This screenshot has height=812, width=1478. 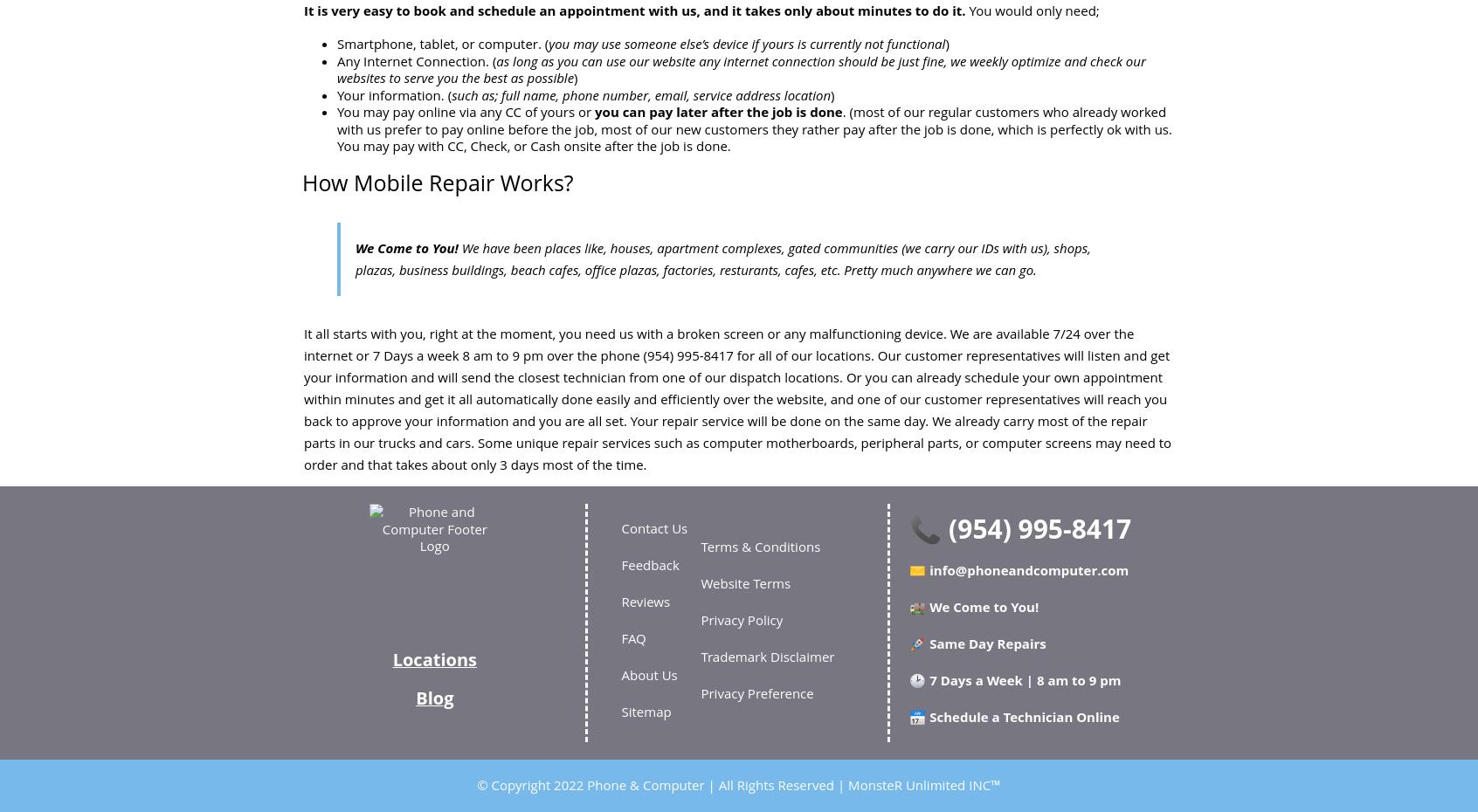 What do you see at coordinates (1022, 678) in the screenshot?
I see `'7 Days a Week | 8 am to 9 pm'` at bounding box center [1022, 678].